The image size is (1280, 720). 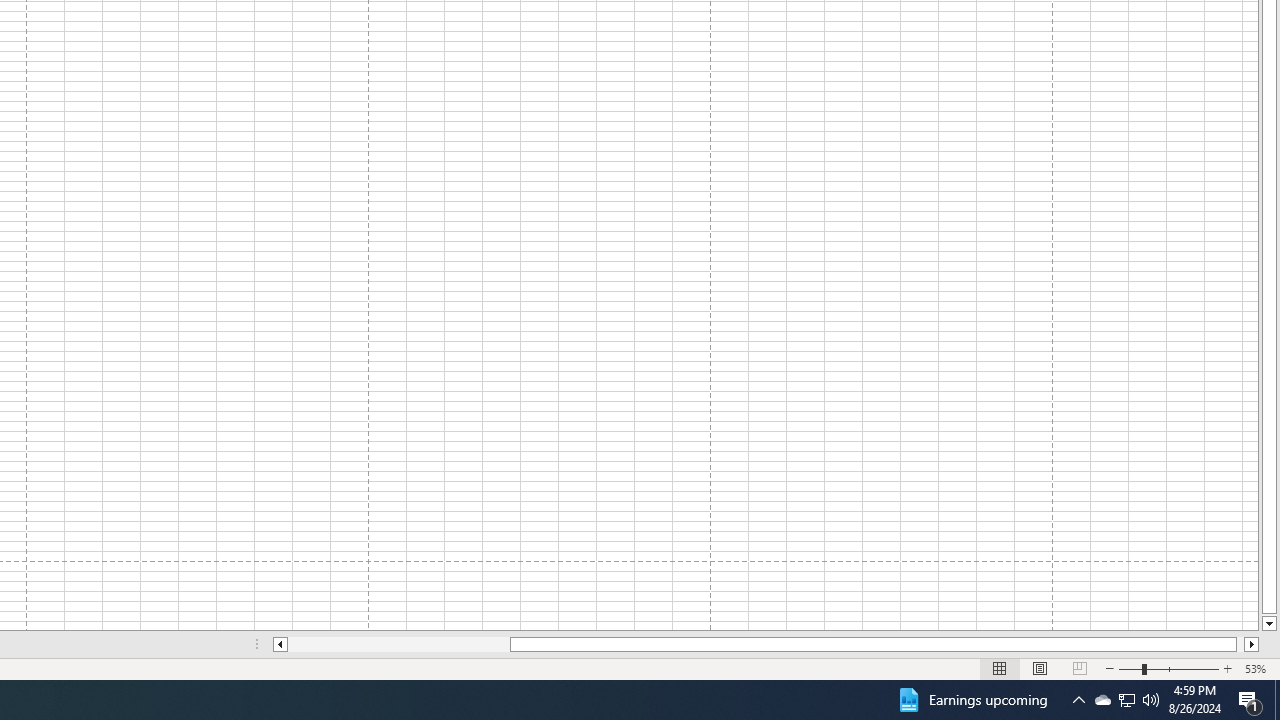 What do you see at coordinates (1239, 644) in the screenshot?
I see `'Page right'` at bounding box center [1239, 644].